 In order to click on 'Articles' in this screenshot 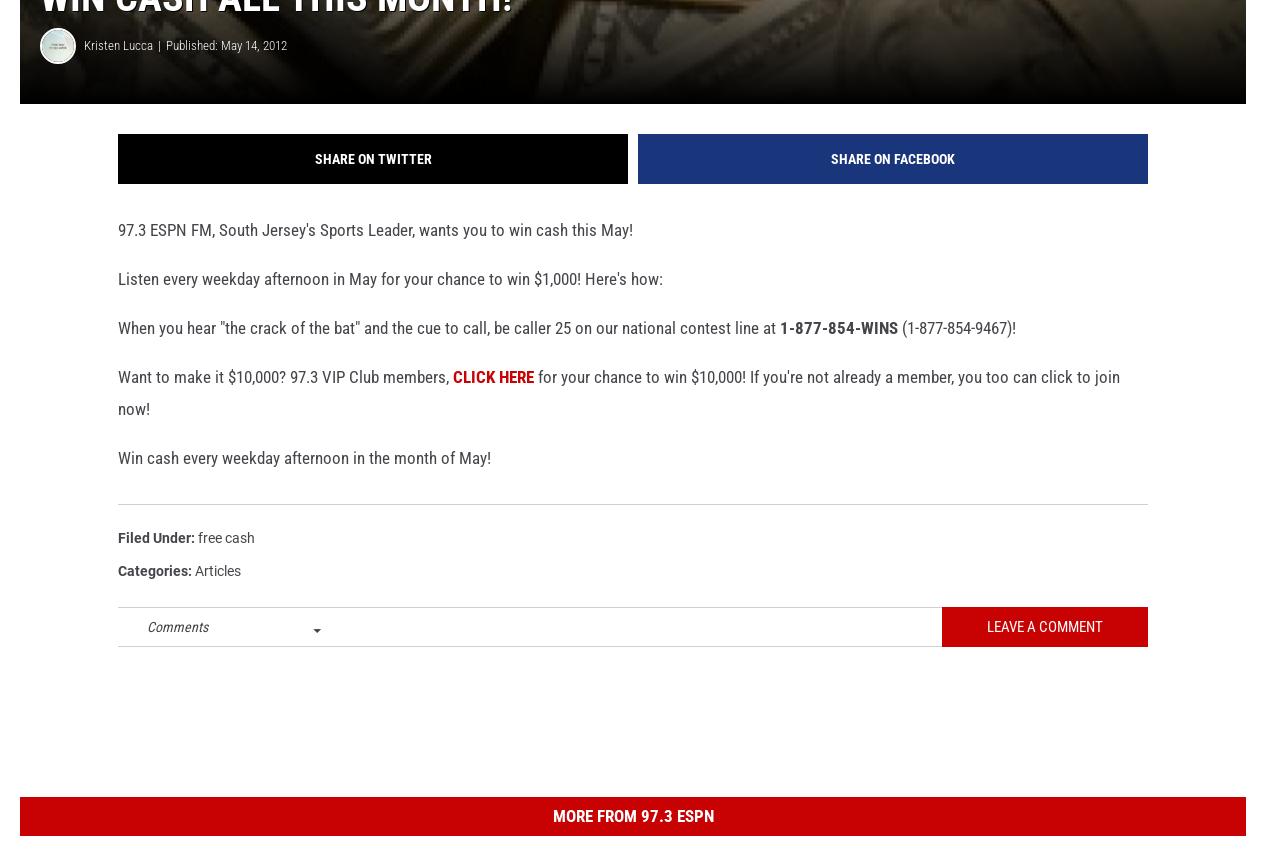, I will do `click(194, 601)`.